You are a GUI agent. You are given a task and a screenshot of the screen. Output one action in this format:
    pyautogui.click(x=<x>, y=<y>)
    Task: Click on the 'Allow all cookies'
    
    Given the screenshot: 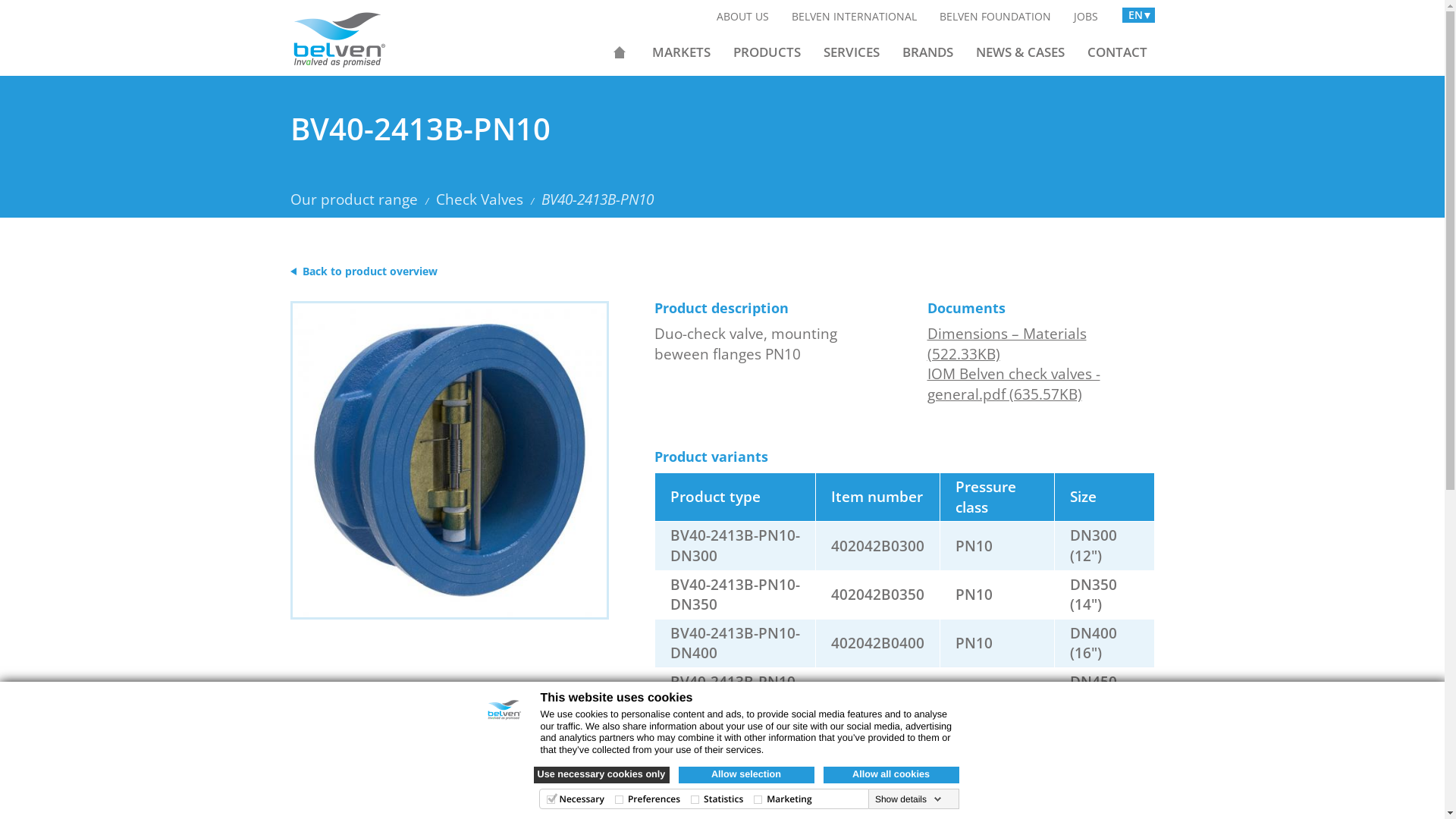 What is the action you would take?
    pyautogui.click(x=891, y=775)
    